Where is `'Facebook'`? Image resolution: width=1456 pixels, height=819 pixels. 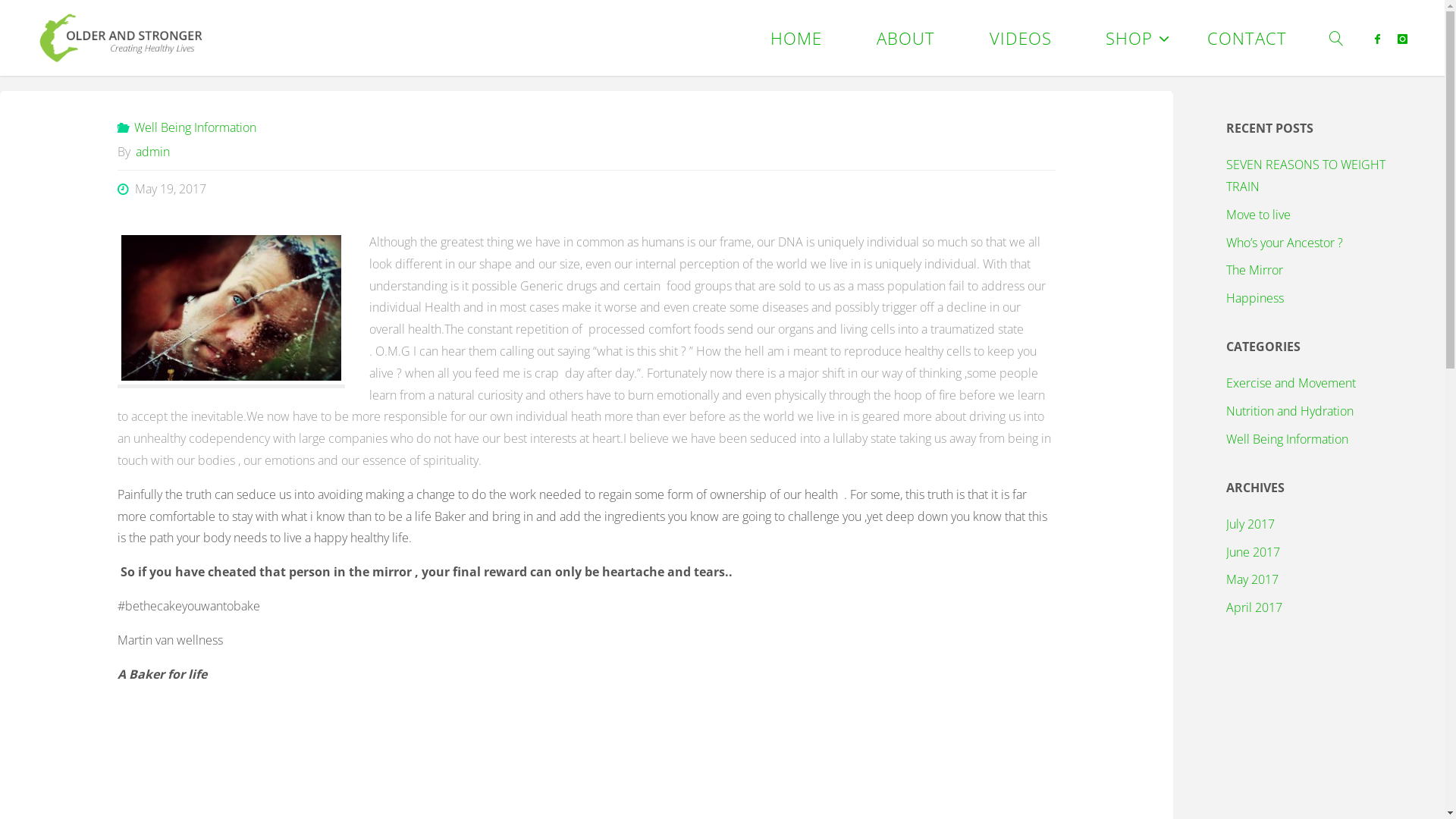 'Facebook' is located at coordinates (1377, 37).